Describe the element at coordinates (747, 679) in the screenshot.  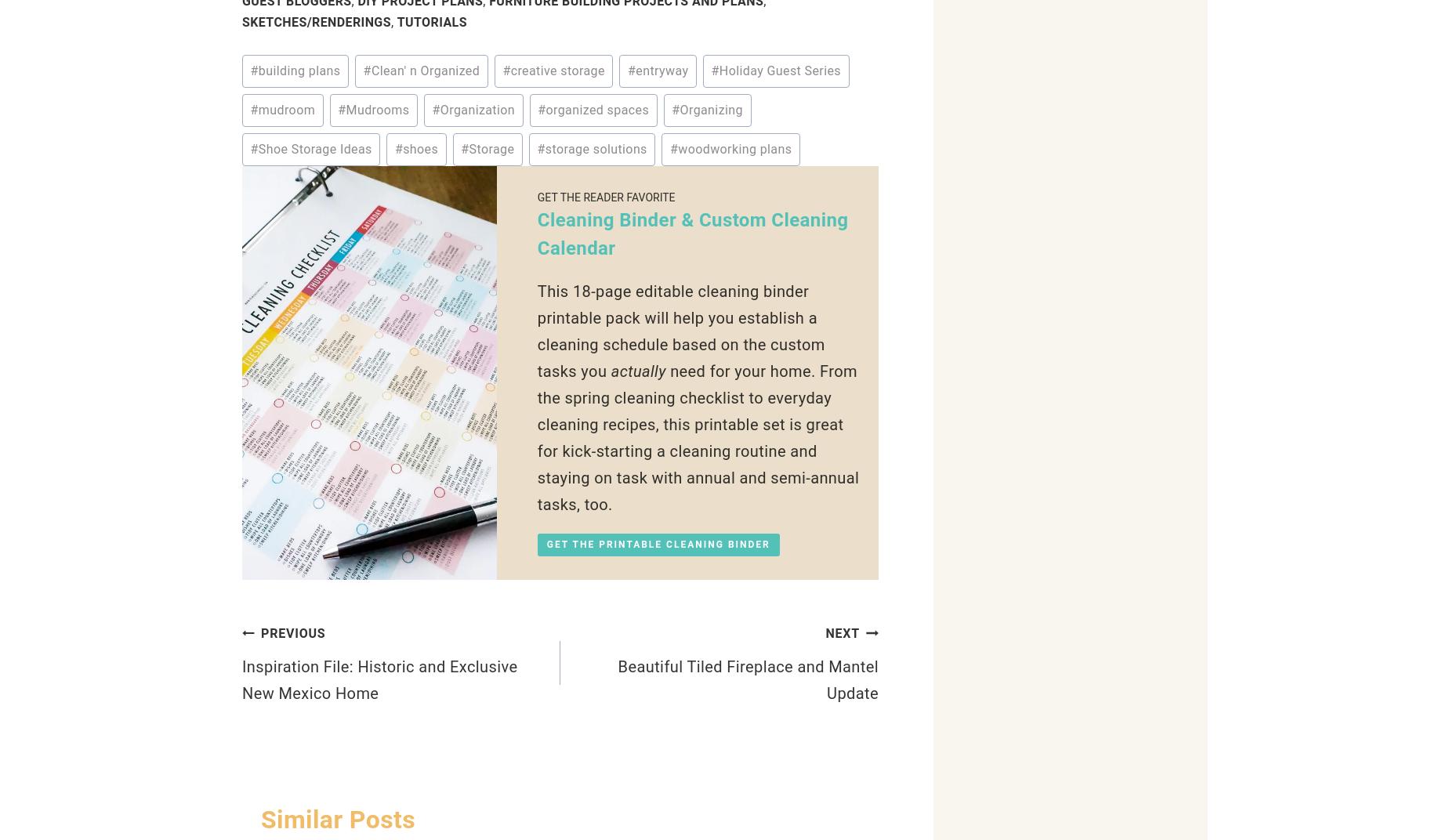
I see `'Beautiful Tiled Fireplace and Mantel Update'` at that location.